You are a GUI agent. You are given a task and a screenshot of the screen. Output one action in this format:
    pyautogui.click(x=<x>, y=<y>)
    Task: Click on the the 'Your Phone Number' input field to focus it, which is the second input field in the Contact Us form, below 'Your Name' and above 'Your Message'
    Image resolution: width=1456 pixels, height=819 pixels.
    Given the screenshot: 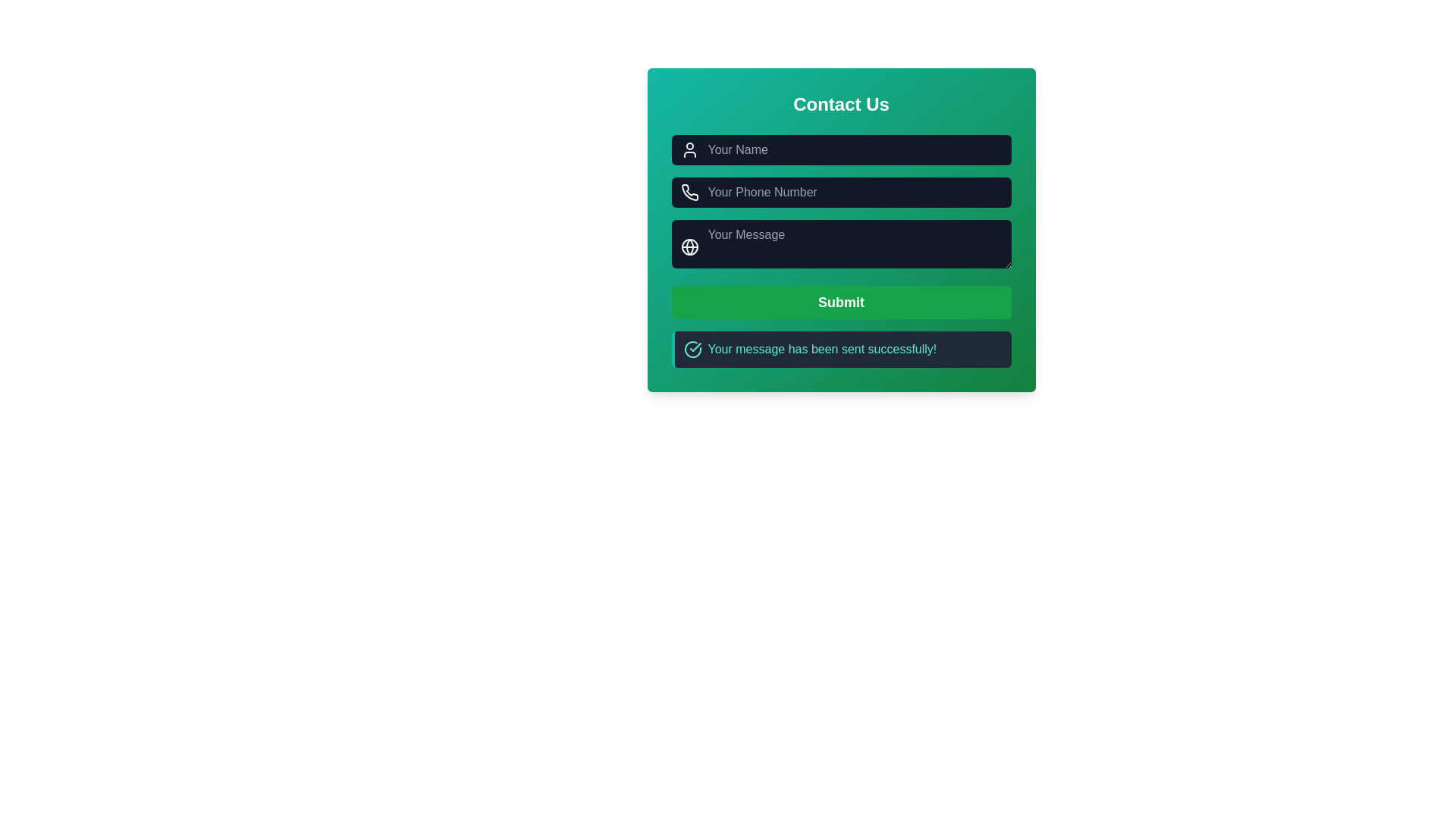 What is the action you would take?
    pyautogui.click(x=840, y=192)
    